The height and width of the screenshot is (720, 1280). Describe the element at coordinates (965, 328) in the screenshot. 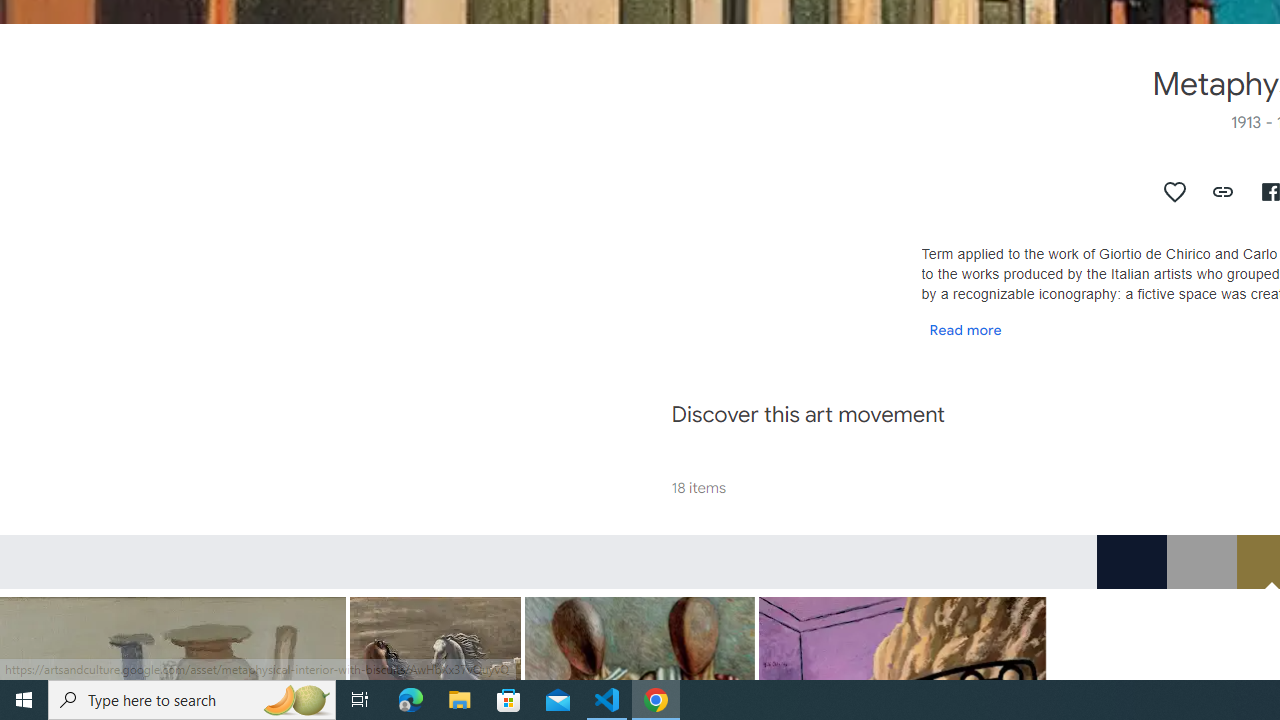

I see `'Read more'` at that location.